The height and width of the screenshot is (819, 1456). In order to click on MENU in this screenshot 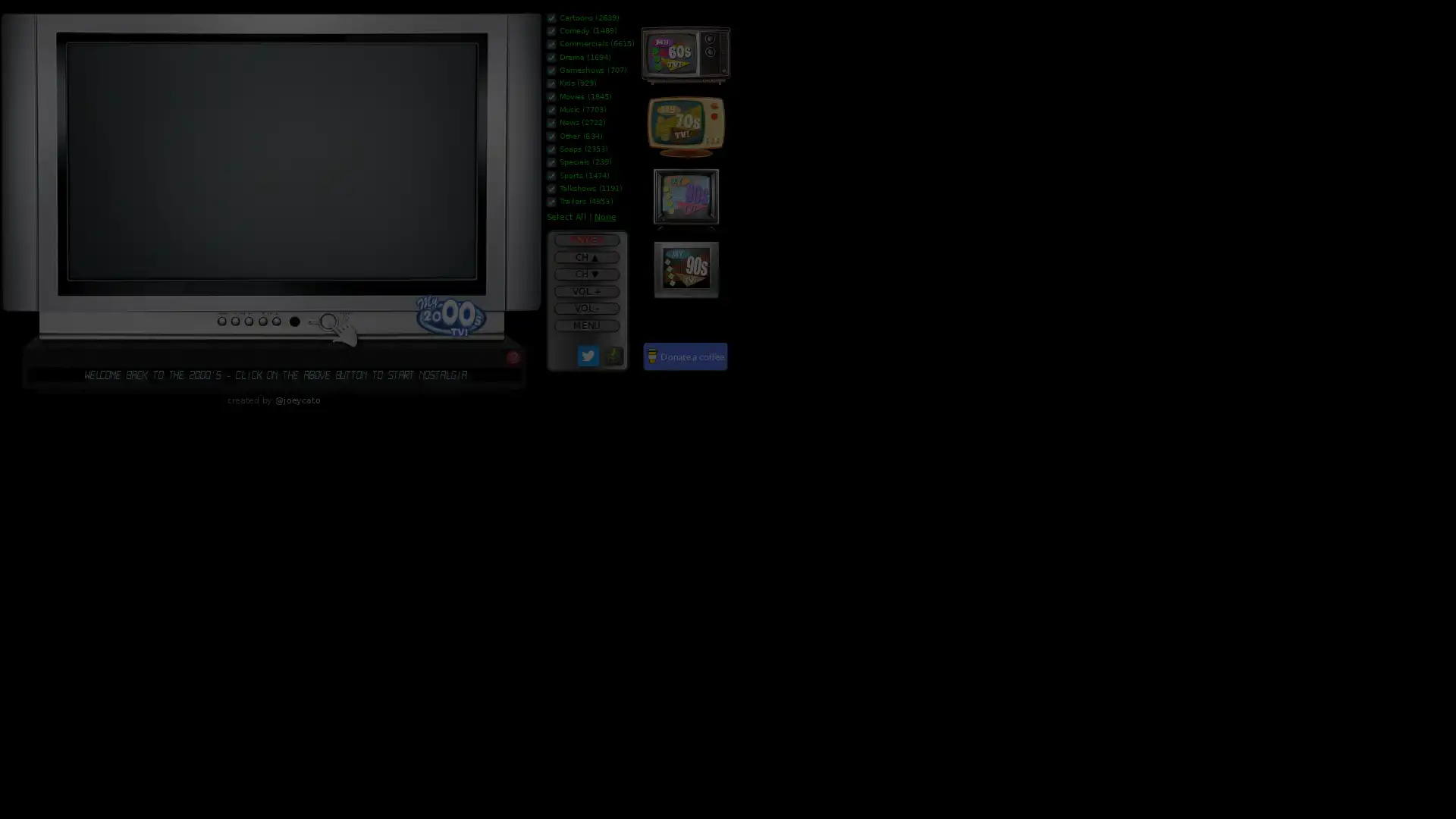, I will do `click(585, 324)`.